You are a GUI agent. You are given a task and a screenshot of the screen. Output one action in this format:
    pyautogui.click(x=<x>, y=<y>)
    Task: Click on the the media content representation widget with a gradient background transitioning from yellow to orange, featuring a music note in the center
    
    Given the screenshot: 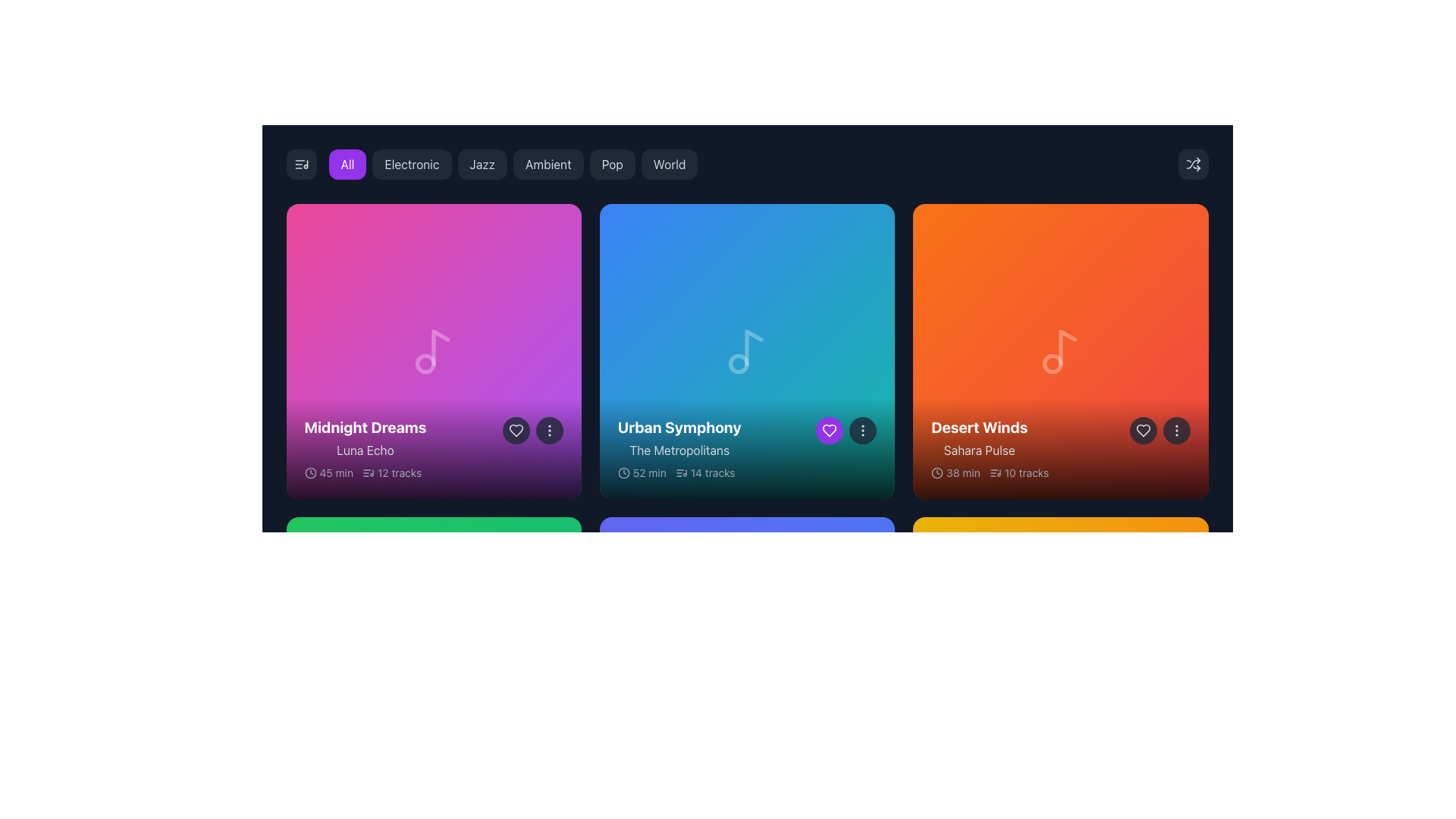 What is the action you would take?
    pyautogui.click(x=1059, y=664)
    